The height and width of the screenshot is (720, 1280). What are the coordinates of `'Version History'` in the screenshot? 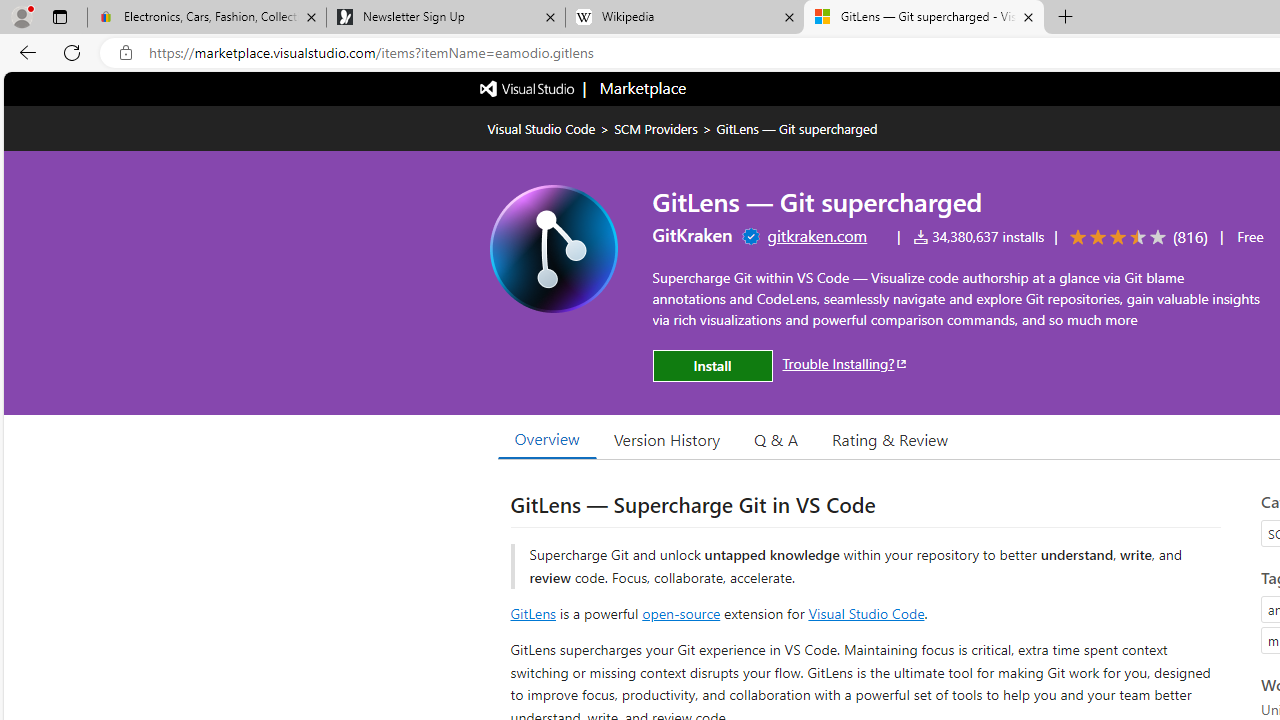 It's located at (667, 438).